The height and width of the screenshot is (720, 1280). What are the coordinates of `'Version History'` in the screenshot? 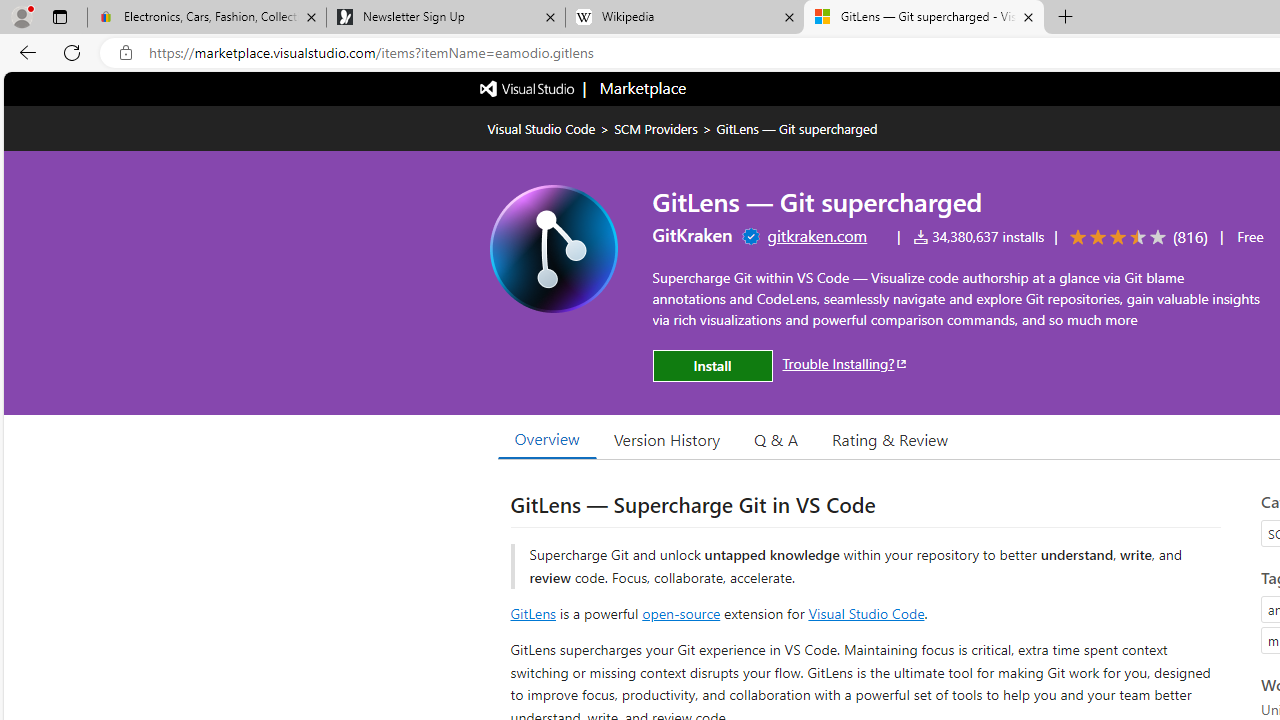 It's located at (667, 438).